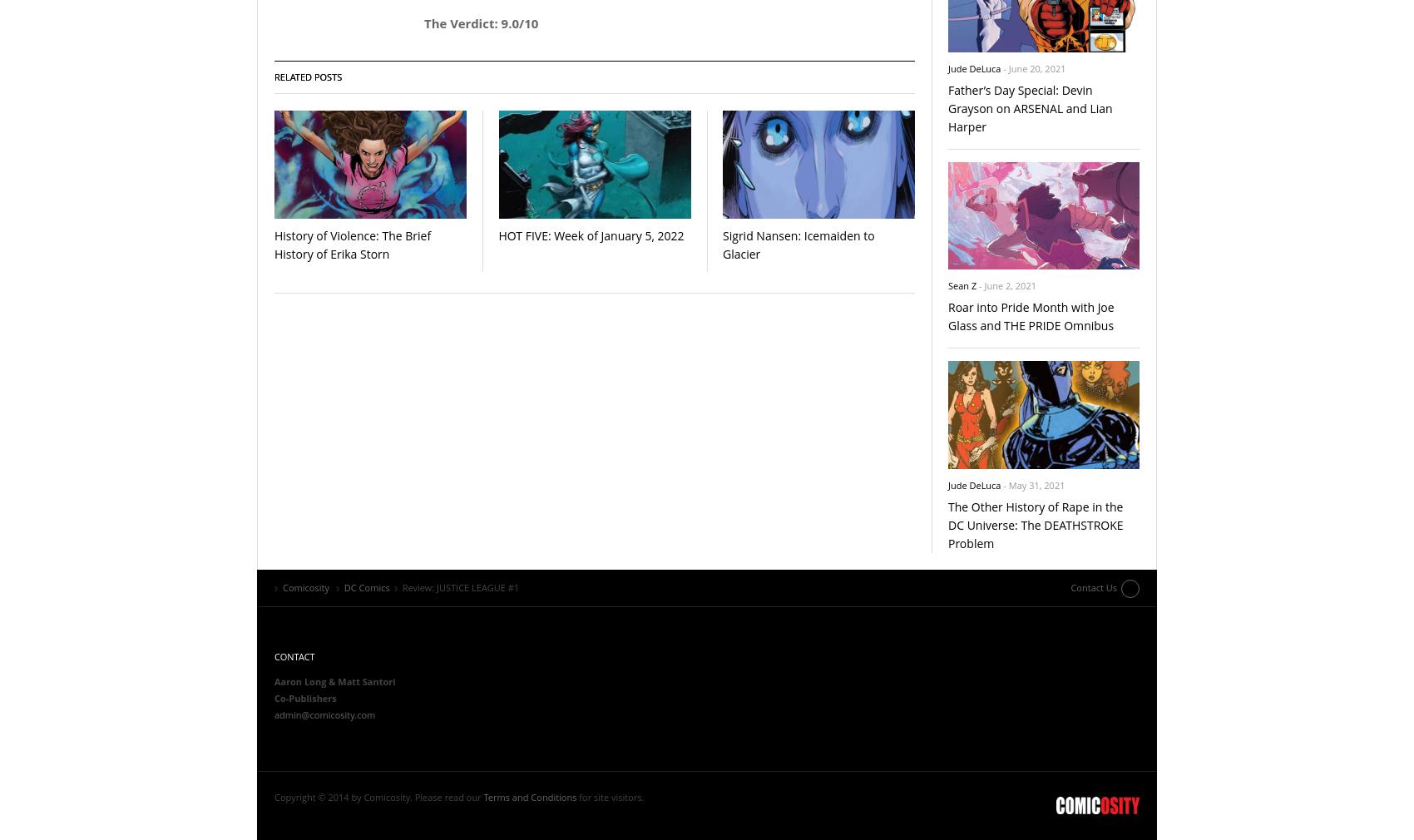  What do you see at coordinates (378, 796) in the screenshot?
I see `'Copyright © 2014 by Comicosity. Please read our'` at bounding box center [378, 796].